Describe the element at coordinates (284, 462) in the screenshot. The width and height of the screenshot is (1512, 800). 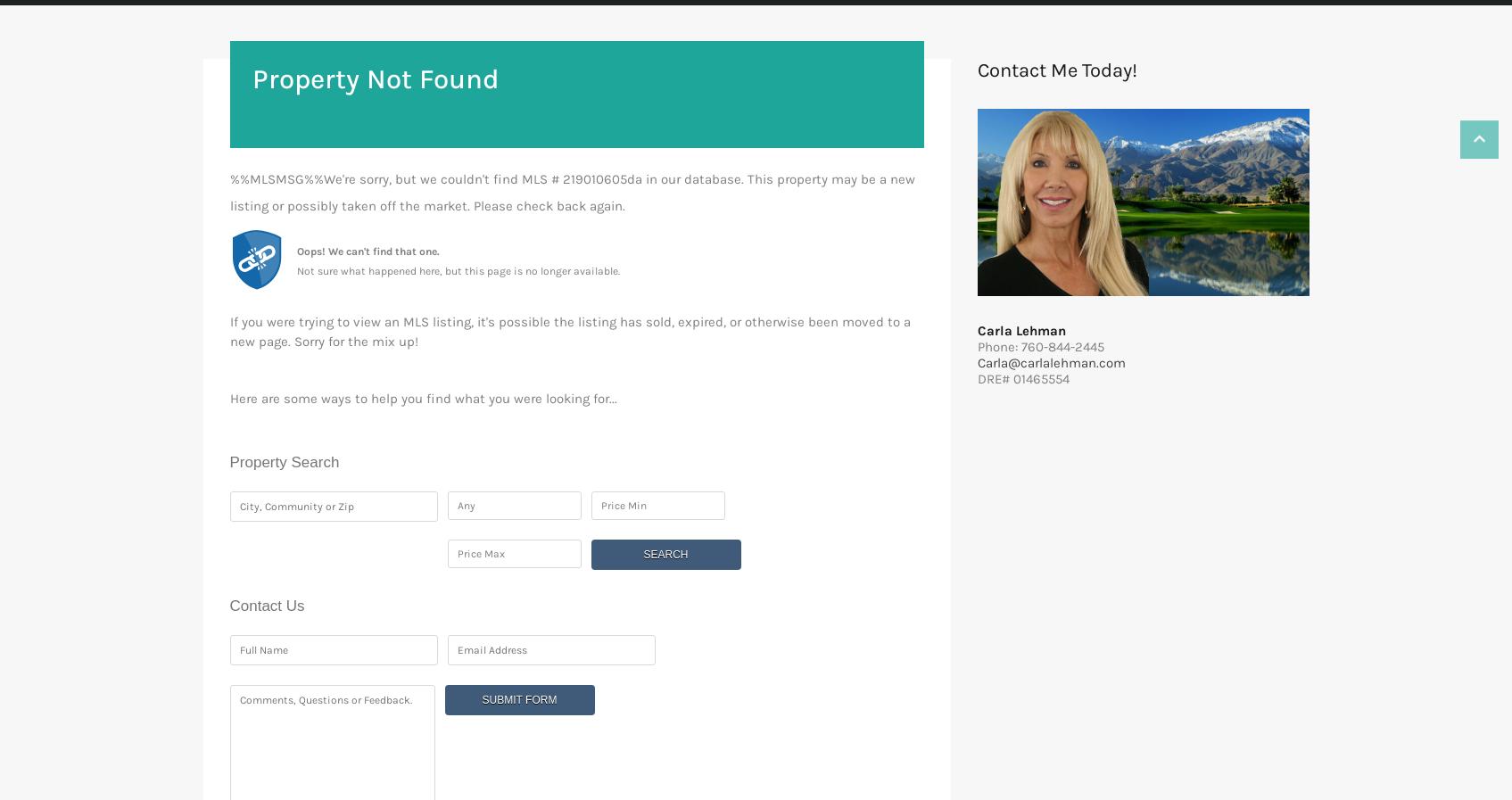
I see `'Property Search'` at that location.